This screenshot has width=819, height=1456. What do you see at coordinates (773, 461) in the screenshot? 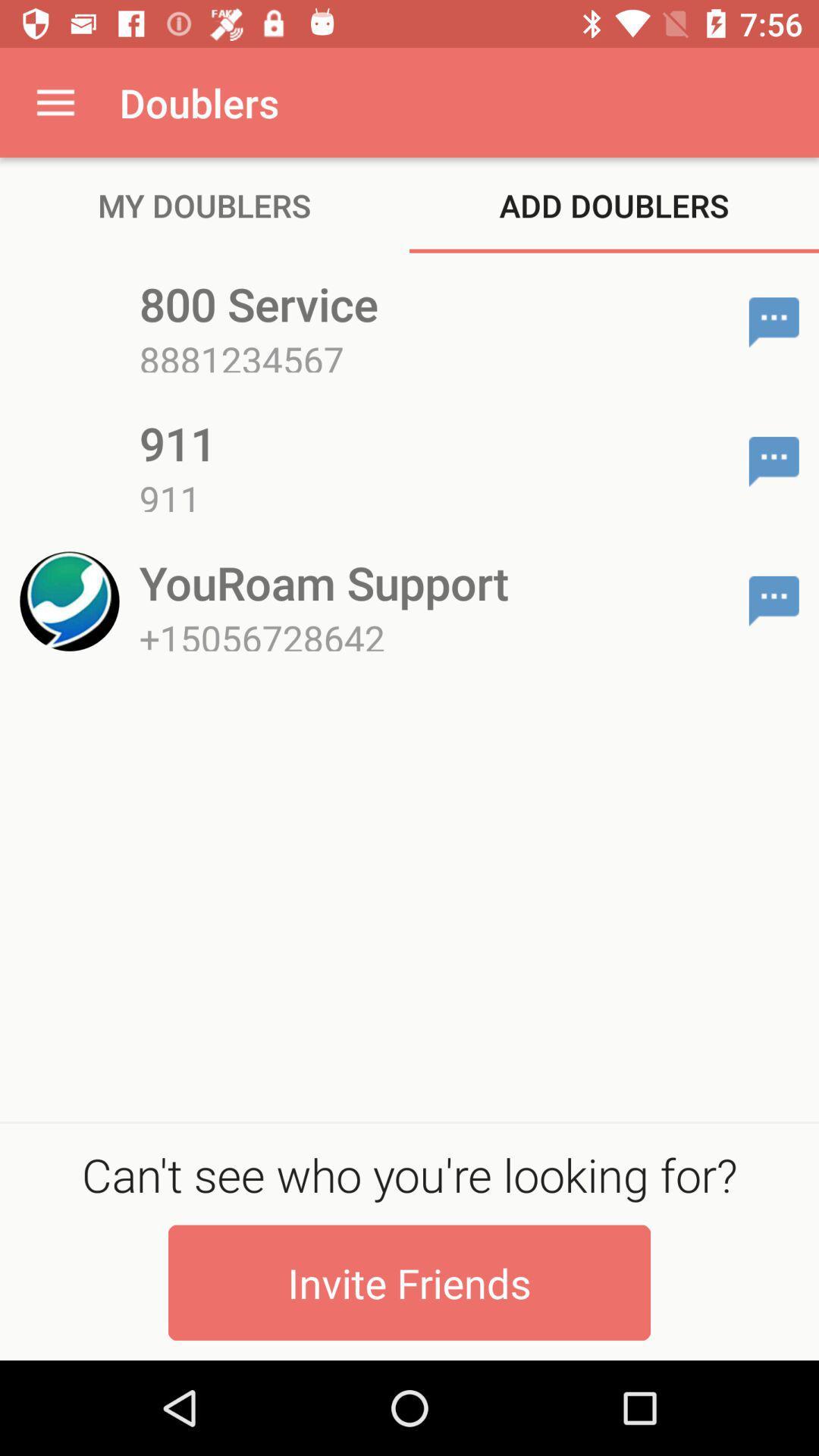
I see `open message from 911` at bounding box center [773, 461].